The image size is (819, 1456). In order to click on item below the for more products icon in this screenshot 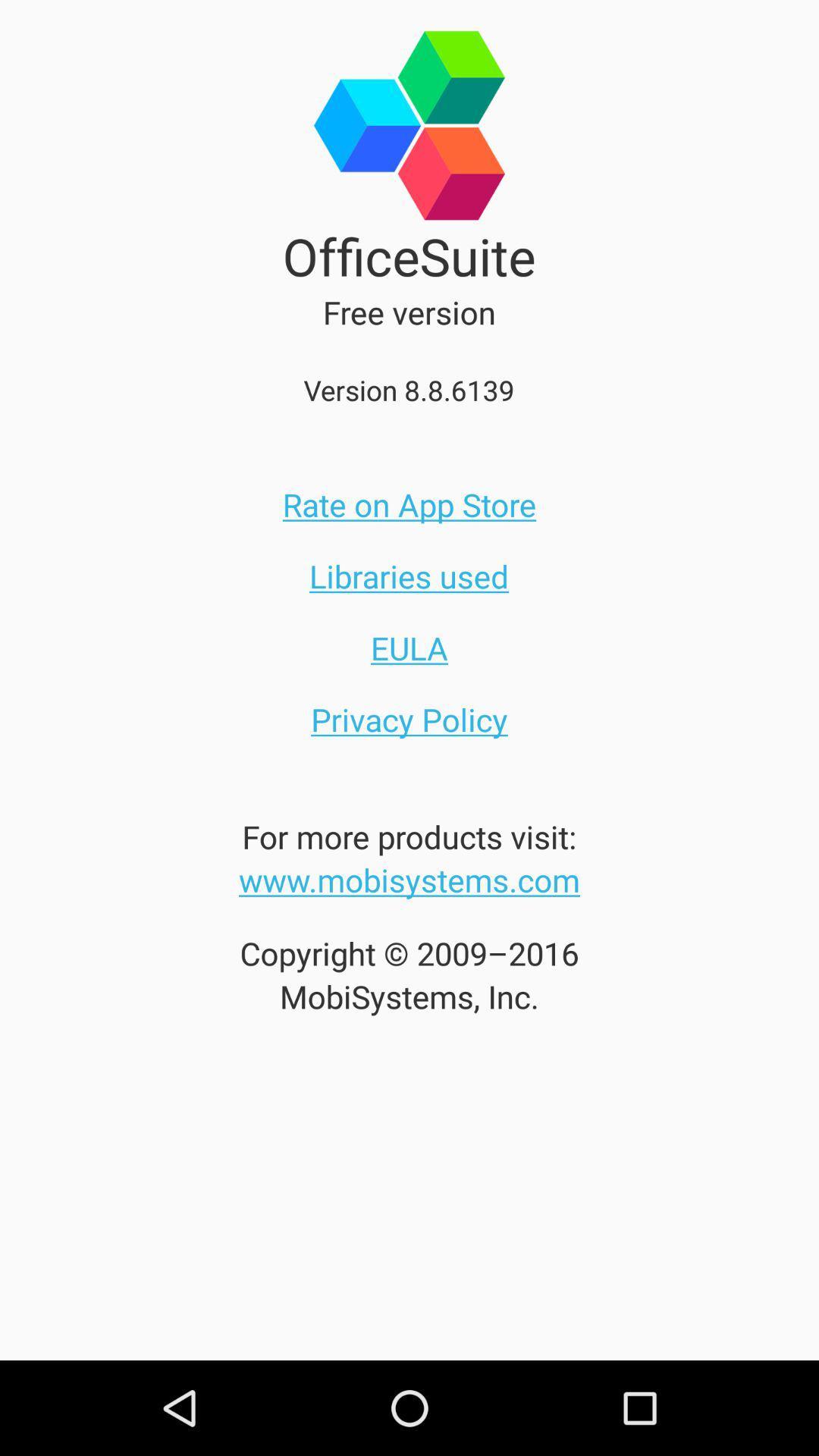, I will do `click(409, 880)`.